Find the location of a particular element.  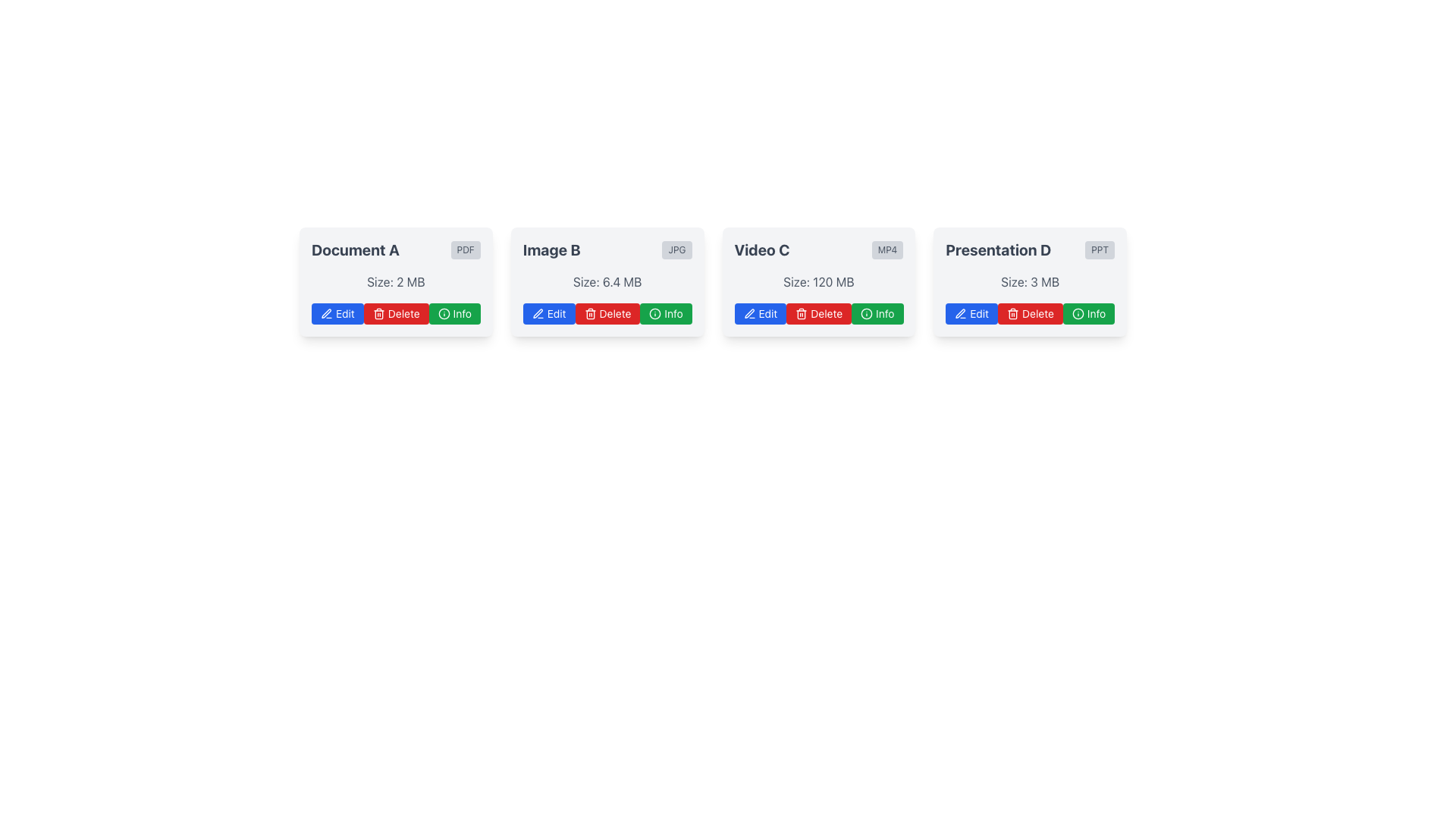

the 'Delete' button containing the trash can icon, which is located to the left of the button's text label is located at coordinates (589, 312).